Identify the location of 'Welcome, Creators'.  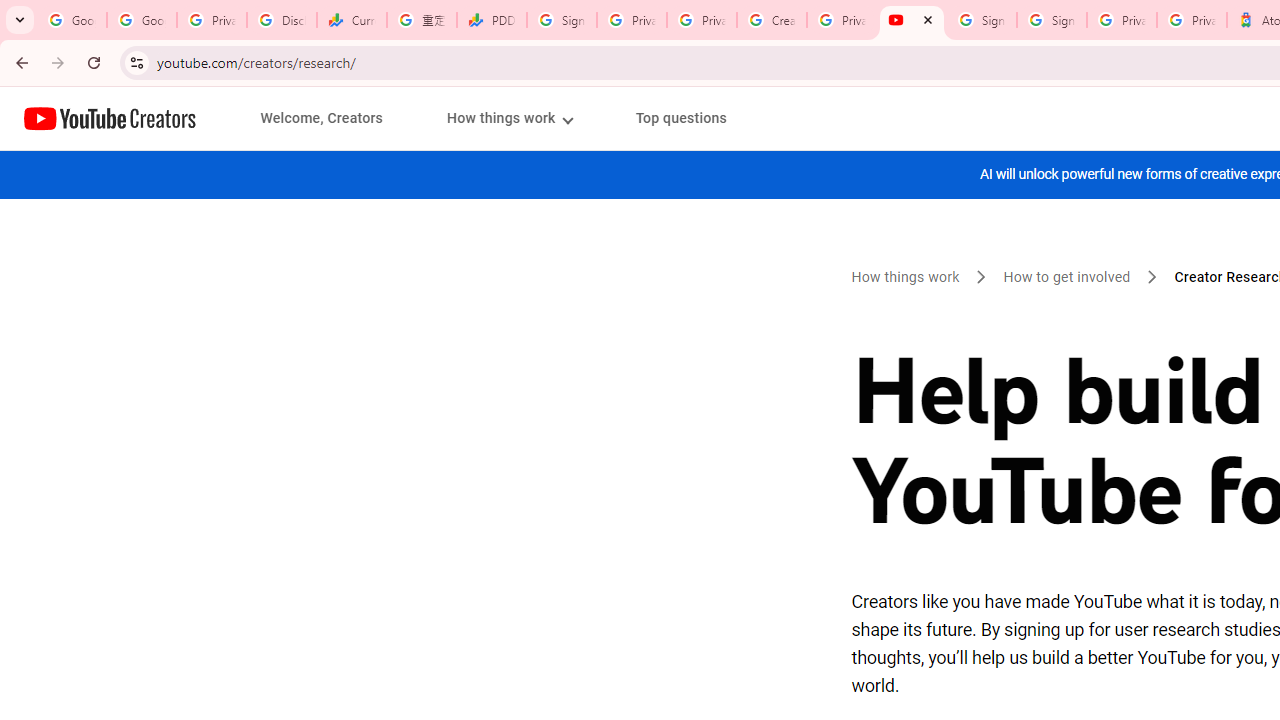
(321, 118).